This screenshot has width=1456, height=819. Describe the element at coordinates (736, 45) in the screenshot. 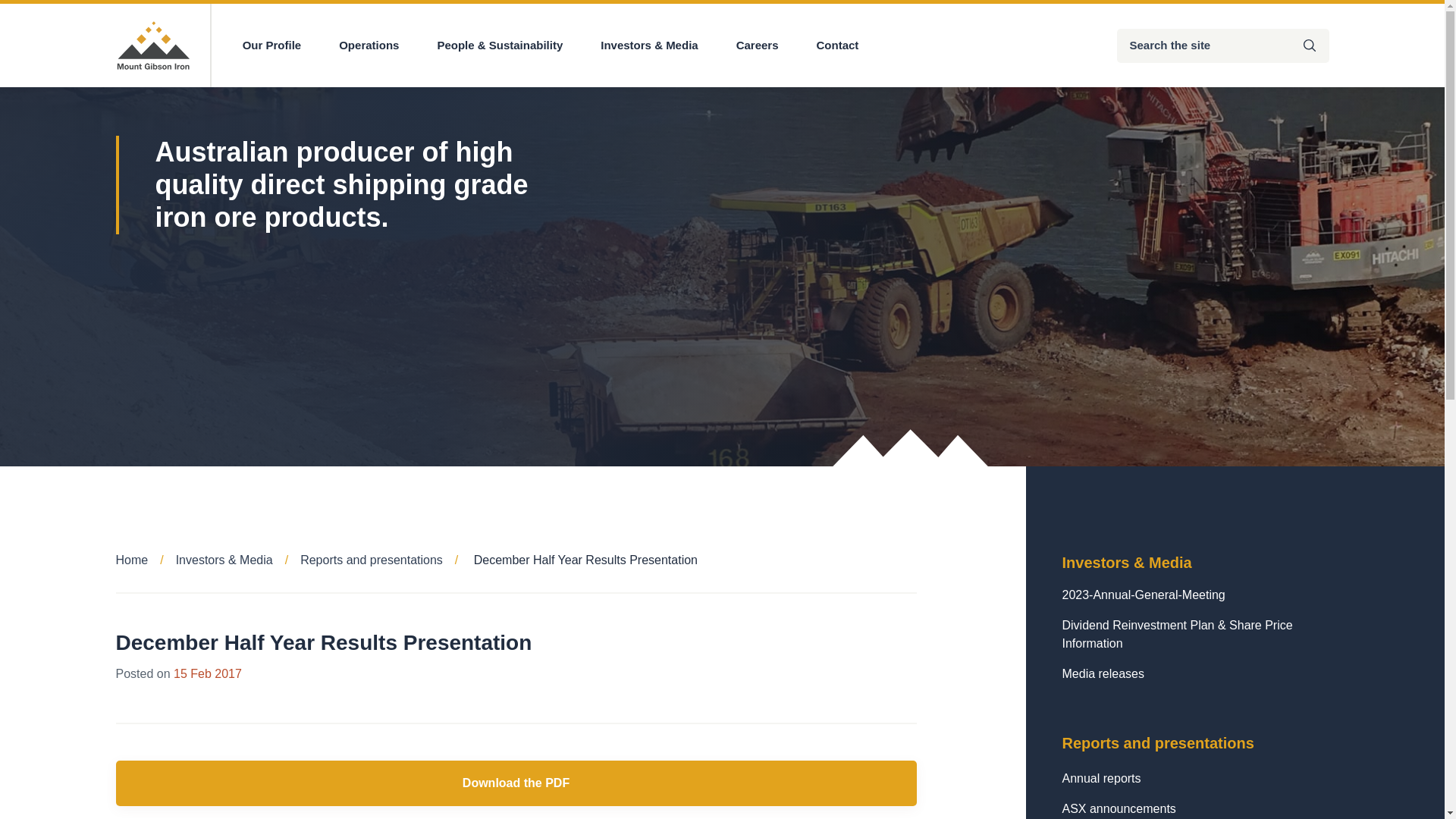

I see `'Careers'` at that location.